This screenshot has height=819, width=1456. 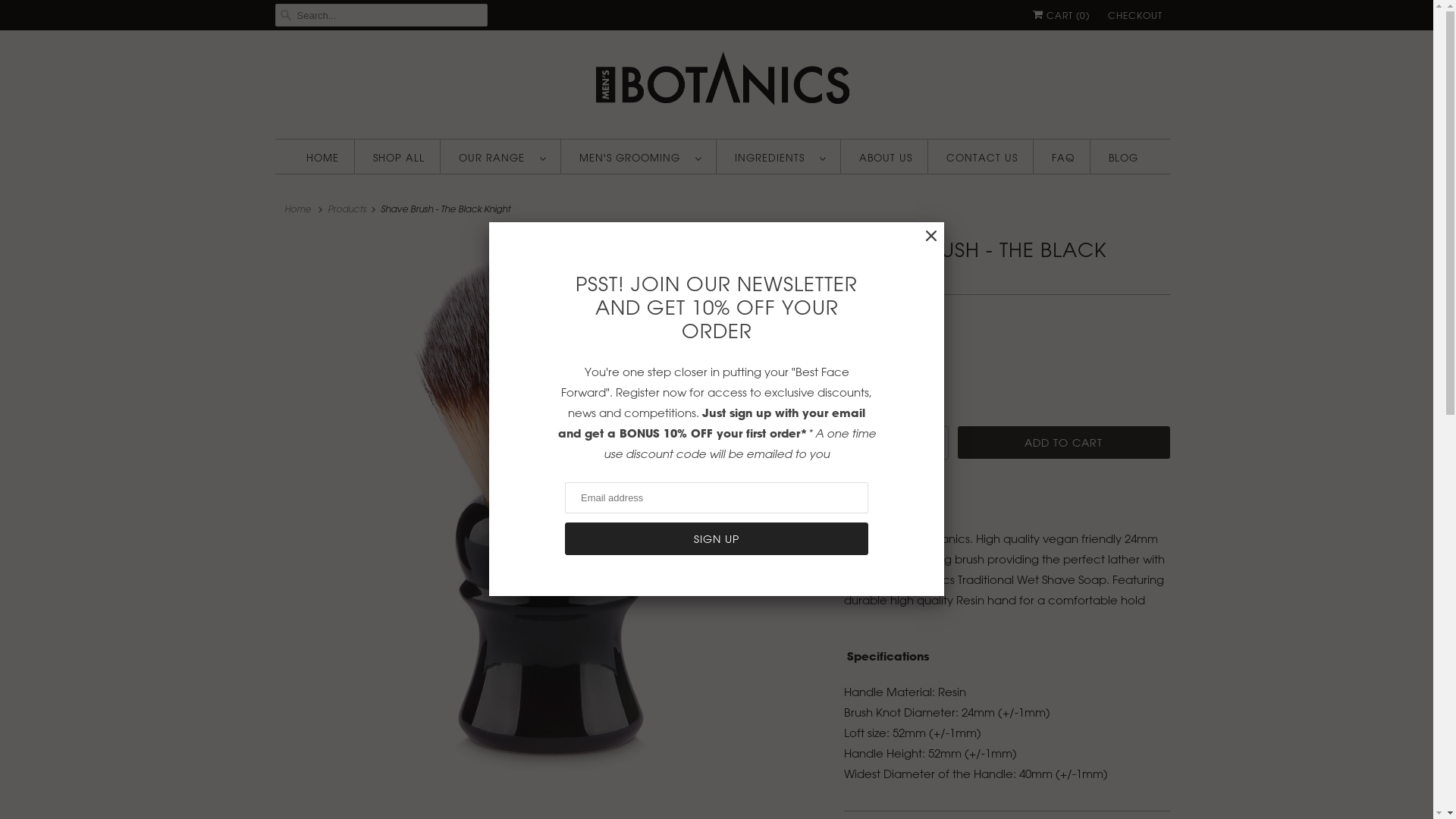 What do you see at coordinates (322, 157) in the screenshot?
I see `'HOME'` at bounding box center [322, 157].